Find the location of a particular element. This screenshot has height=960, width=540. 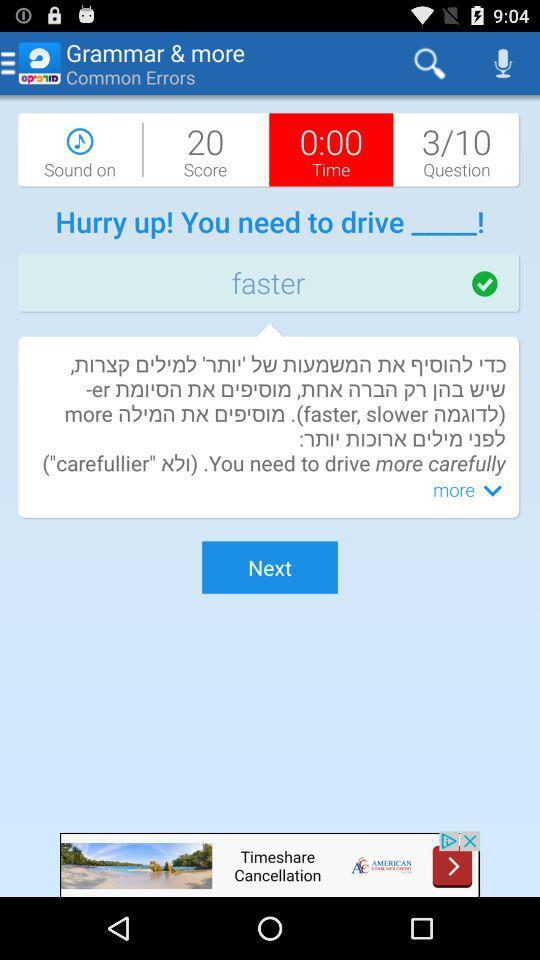

advertising is located at coordinates (270, 863).